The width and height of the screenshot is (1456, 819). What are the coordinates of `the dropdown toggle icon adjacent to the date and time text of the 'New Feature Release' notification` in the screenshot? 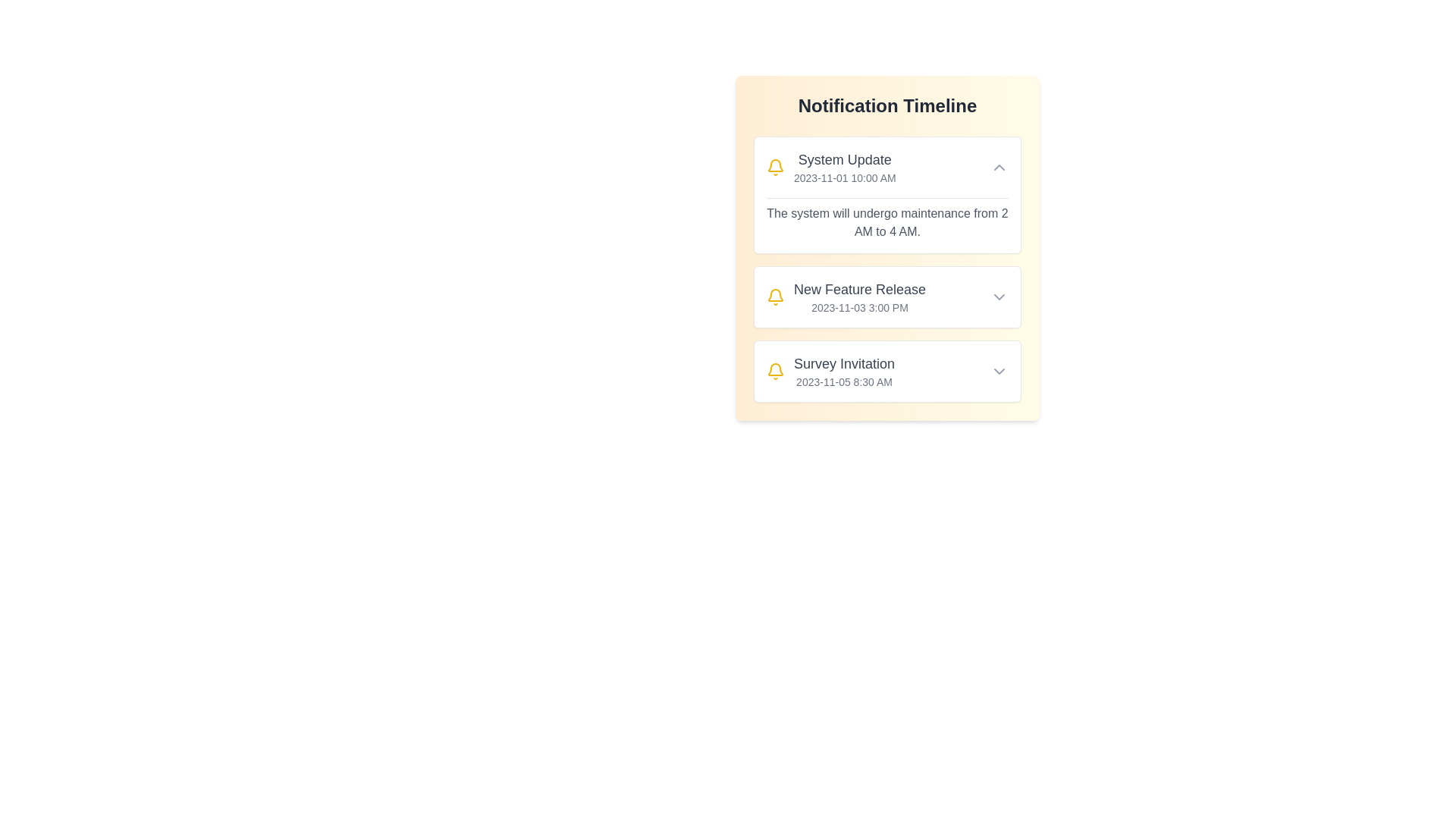 It's located at (999, 297).